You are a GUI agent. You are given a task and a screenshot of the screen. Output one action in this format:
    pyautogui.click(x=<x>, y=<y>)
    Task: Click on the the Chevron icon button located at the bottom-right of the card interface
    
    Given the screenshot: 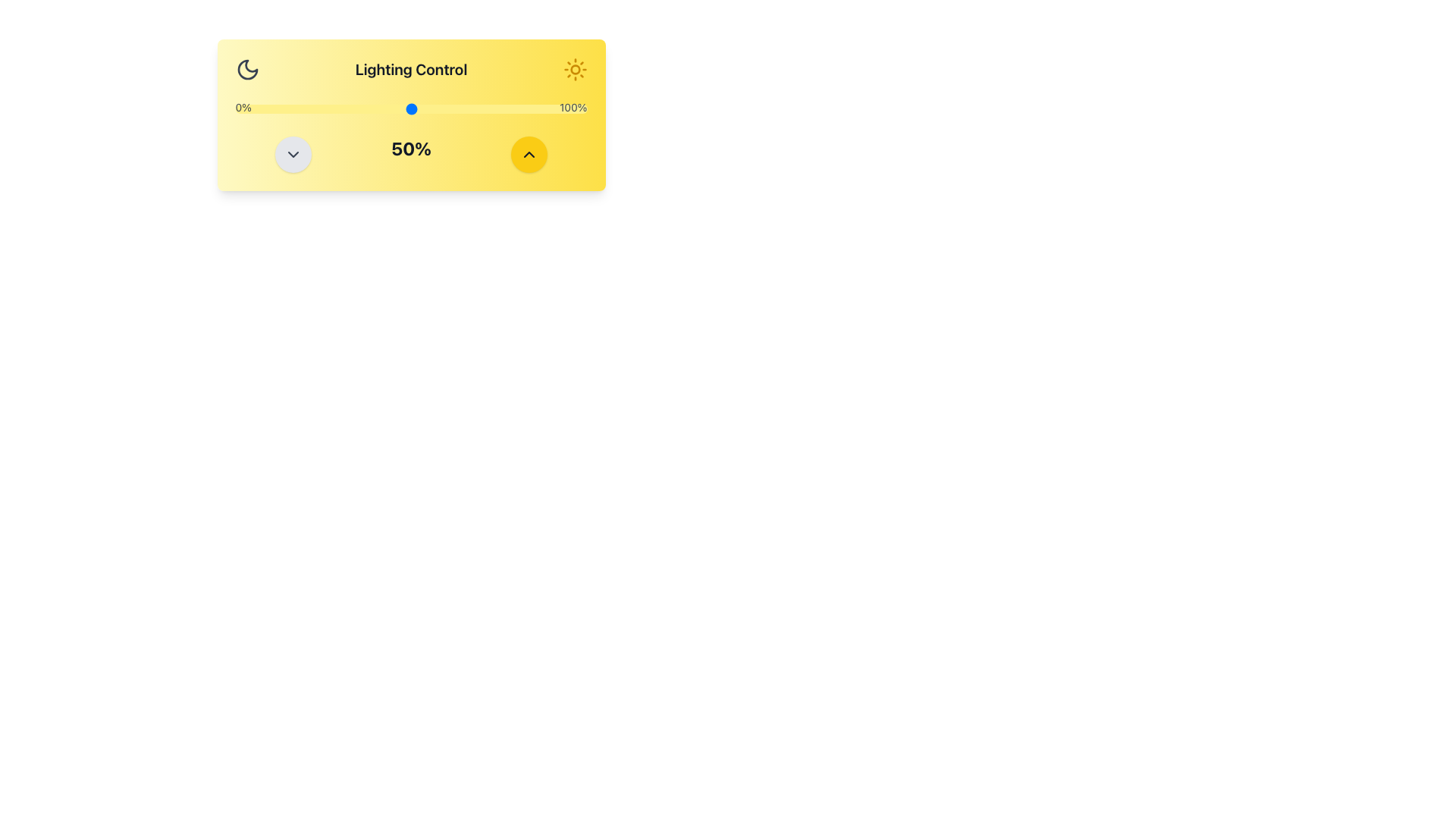 What is the action you would take?
    pyautogui.click(x=293, y=155)
    